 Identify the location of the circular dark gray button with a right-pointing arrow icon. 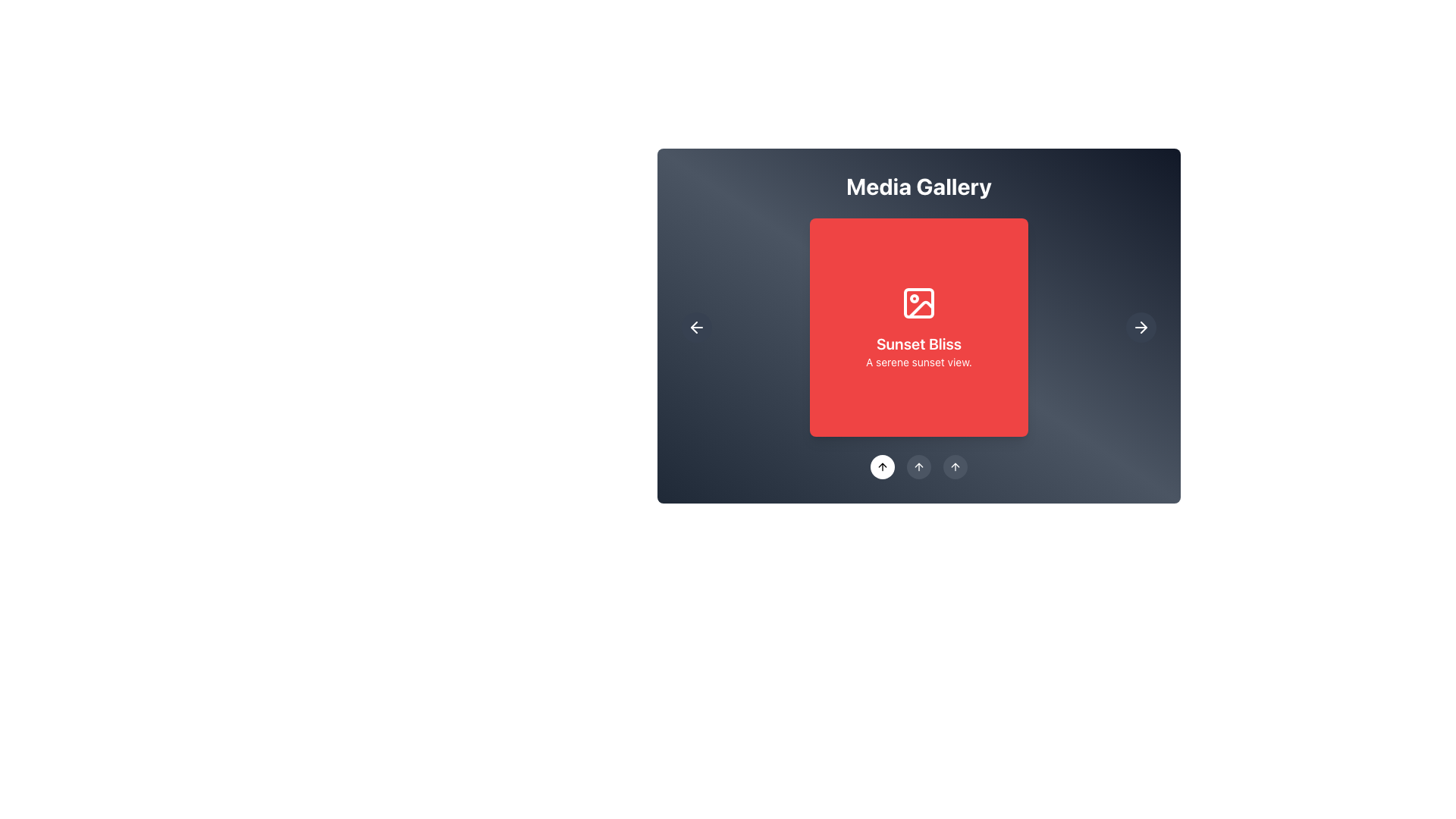
(1141, 327).